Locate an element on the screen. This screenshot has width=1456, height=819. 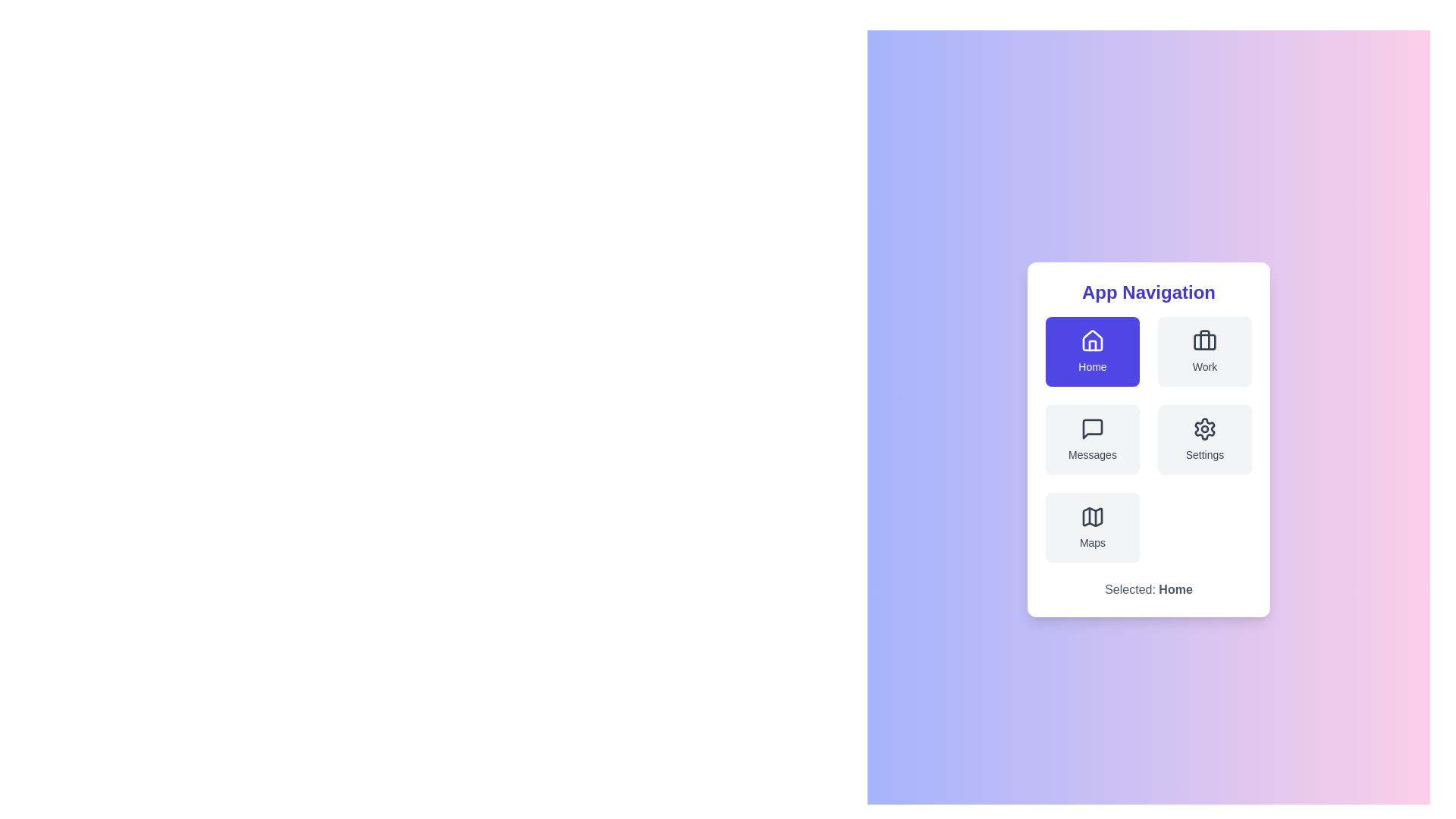
the menu item labeled Settings to preview its visual feedback is located at coordinates (1203, 439).